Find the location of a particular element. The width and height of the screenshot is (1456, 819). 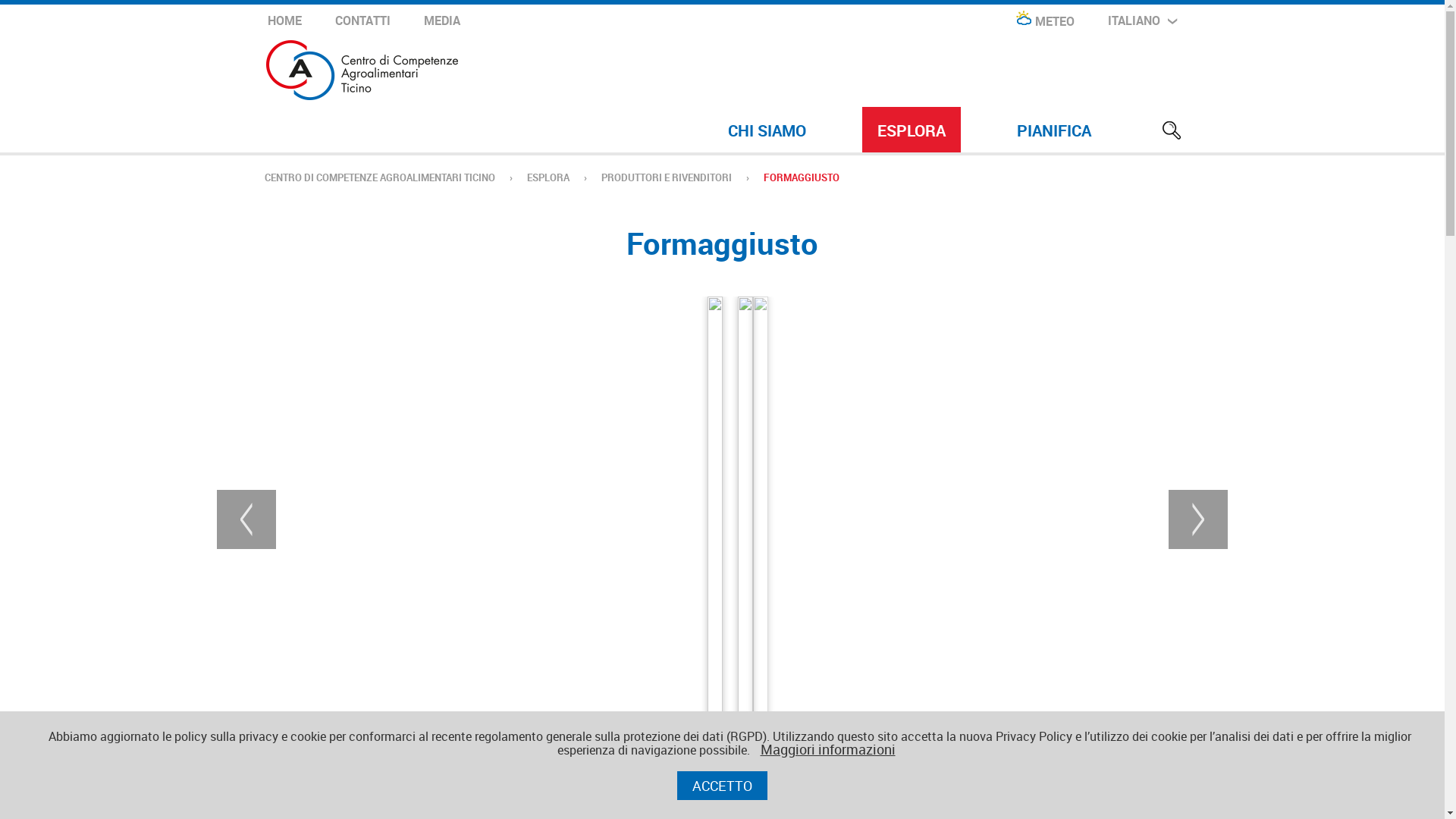

'CONTATTI' is located at coordinates (362, 20).